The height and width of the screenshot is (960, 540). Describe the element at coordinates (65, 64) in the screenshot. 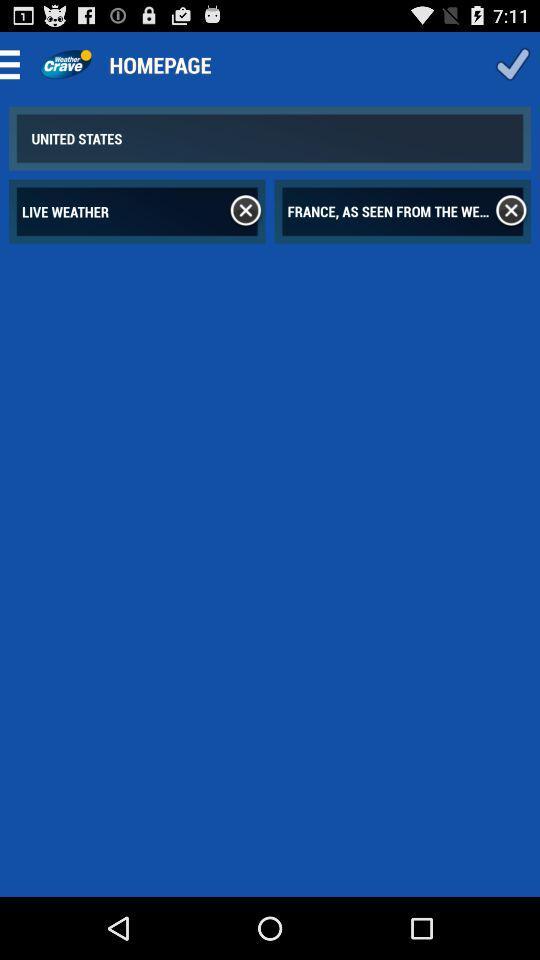

I see `item to the left of the homepage icon` at that location.